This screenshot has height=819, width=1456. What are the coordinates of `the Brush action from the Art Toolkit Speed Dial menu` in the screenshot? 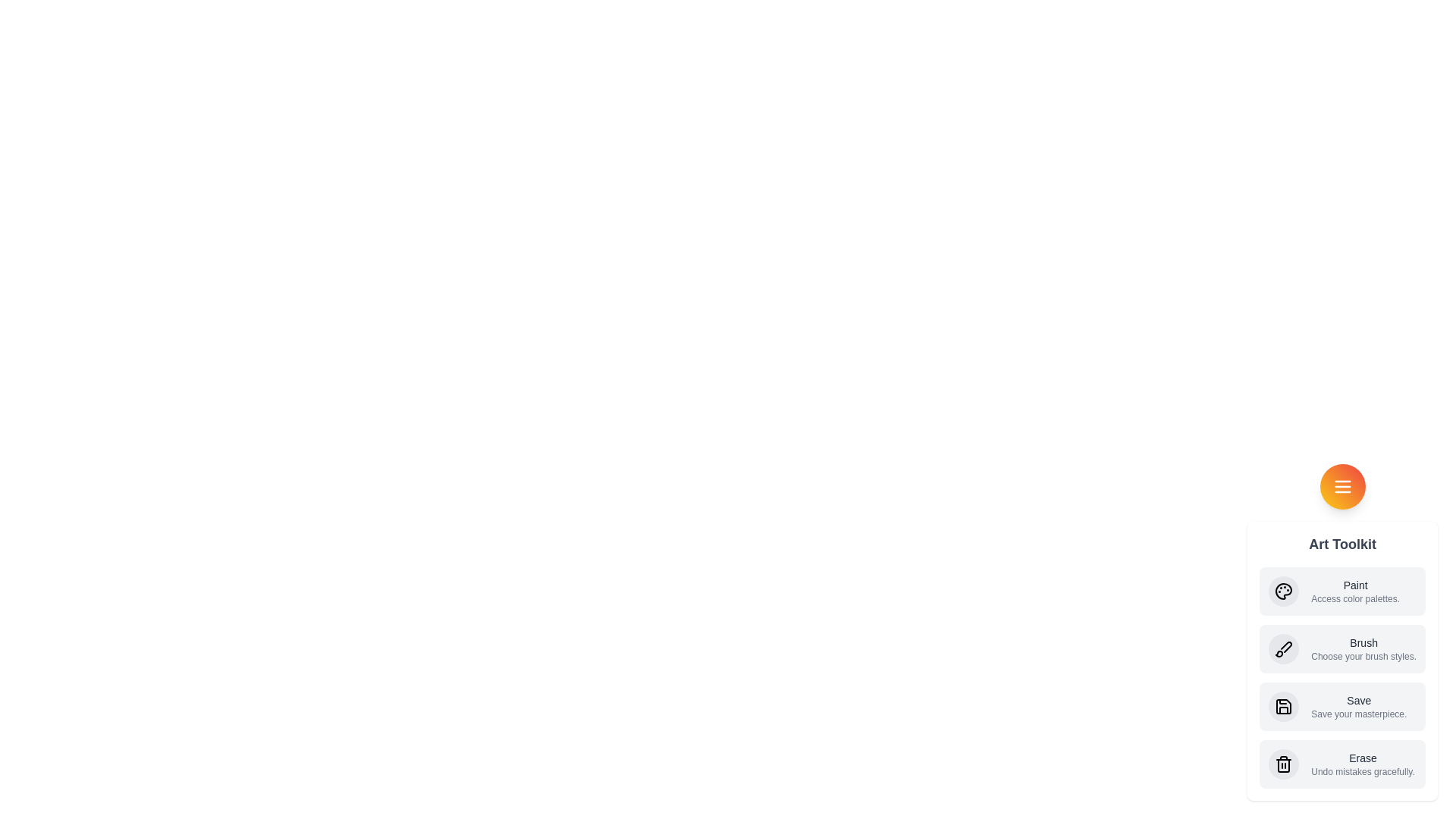 It's located at (1342, 648).